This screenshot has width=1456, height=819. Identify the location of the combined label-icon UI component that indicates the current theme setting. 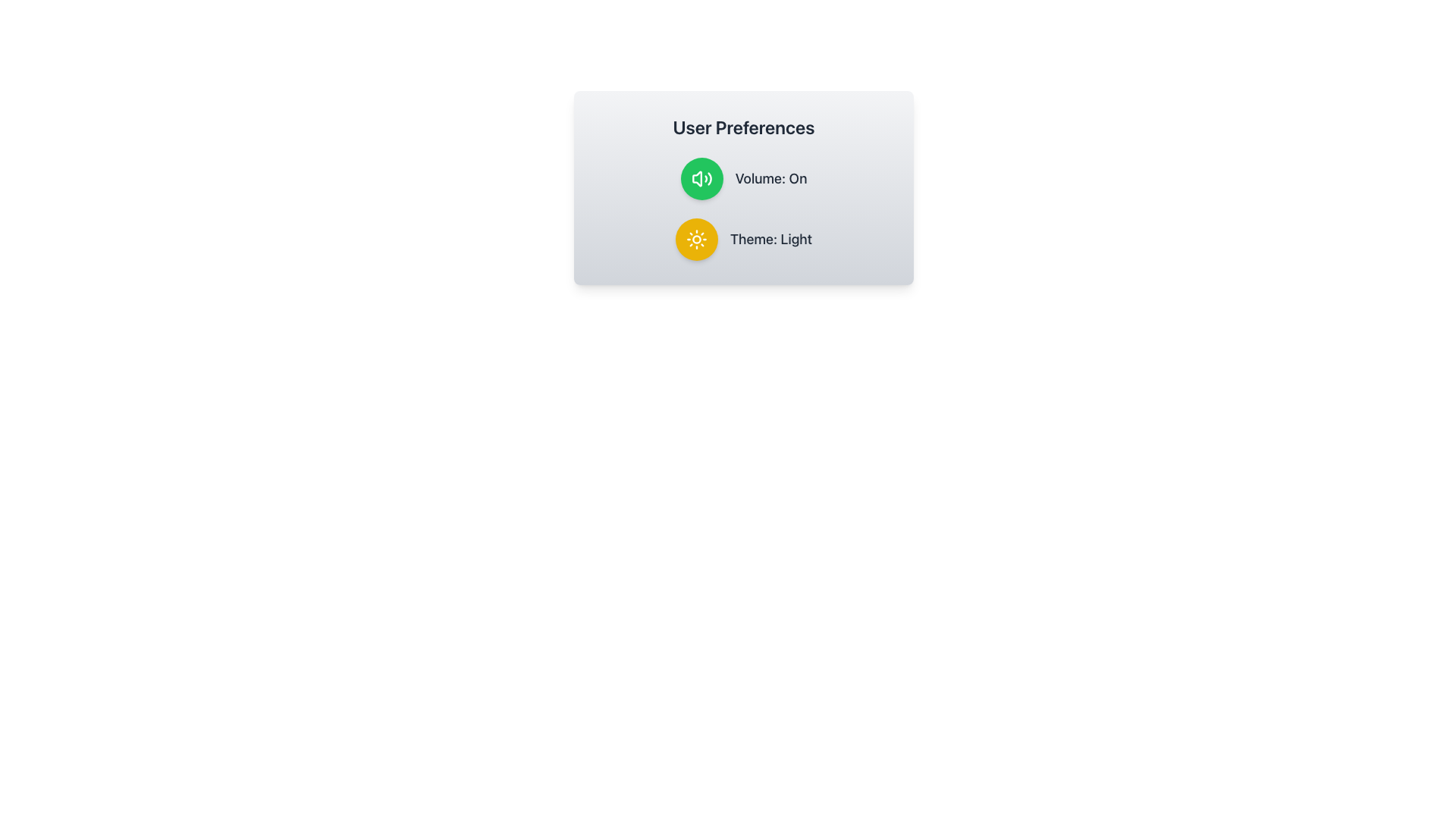
(743, 239).